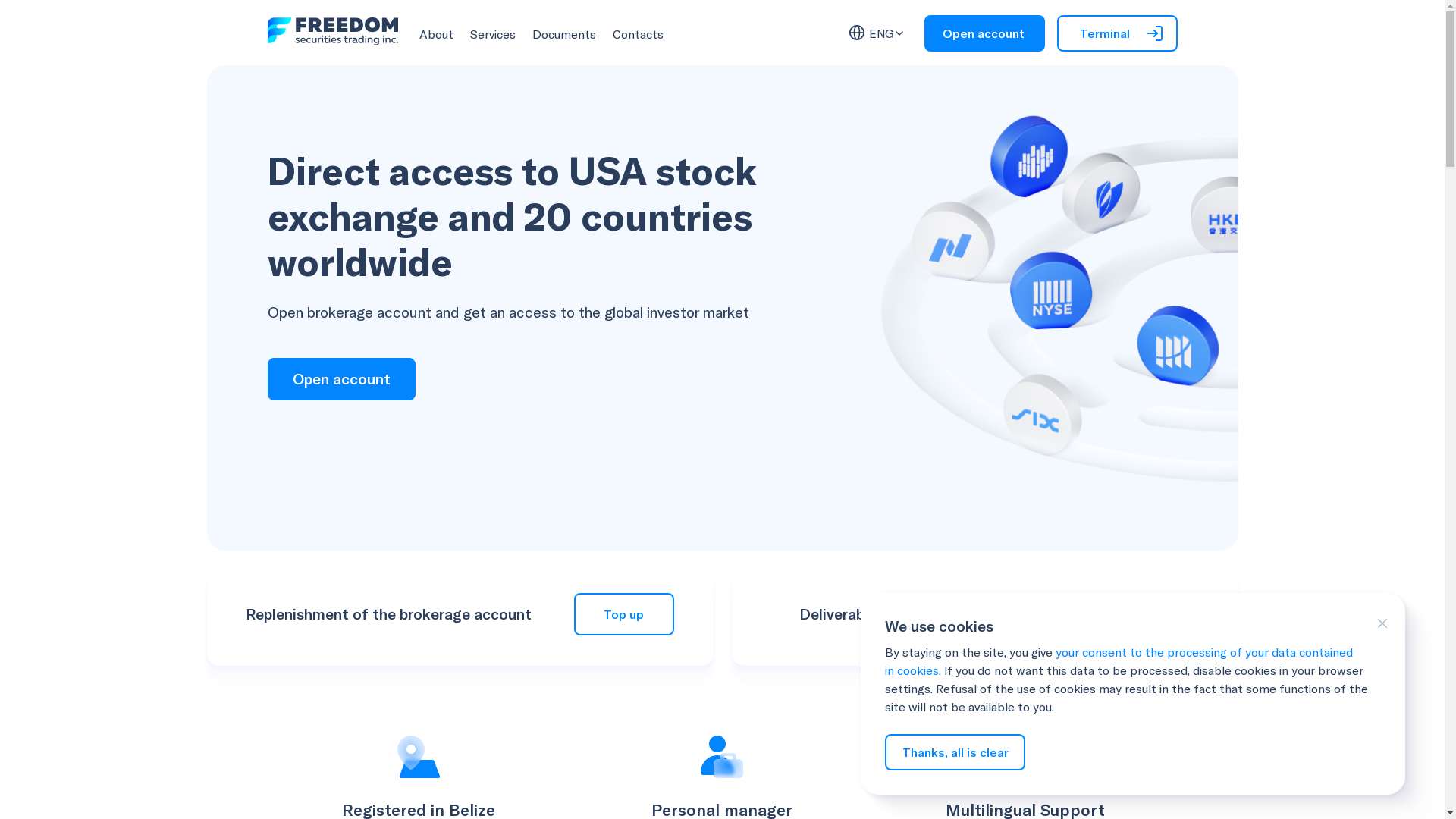  What do you see at coordinates (435, 34) in the screenshot?
I see `'About'` at bounding box center [435, 34].